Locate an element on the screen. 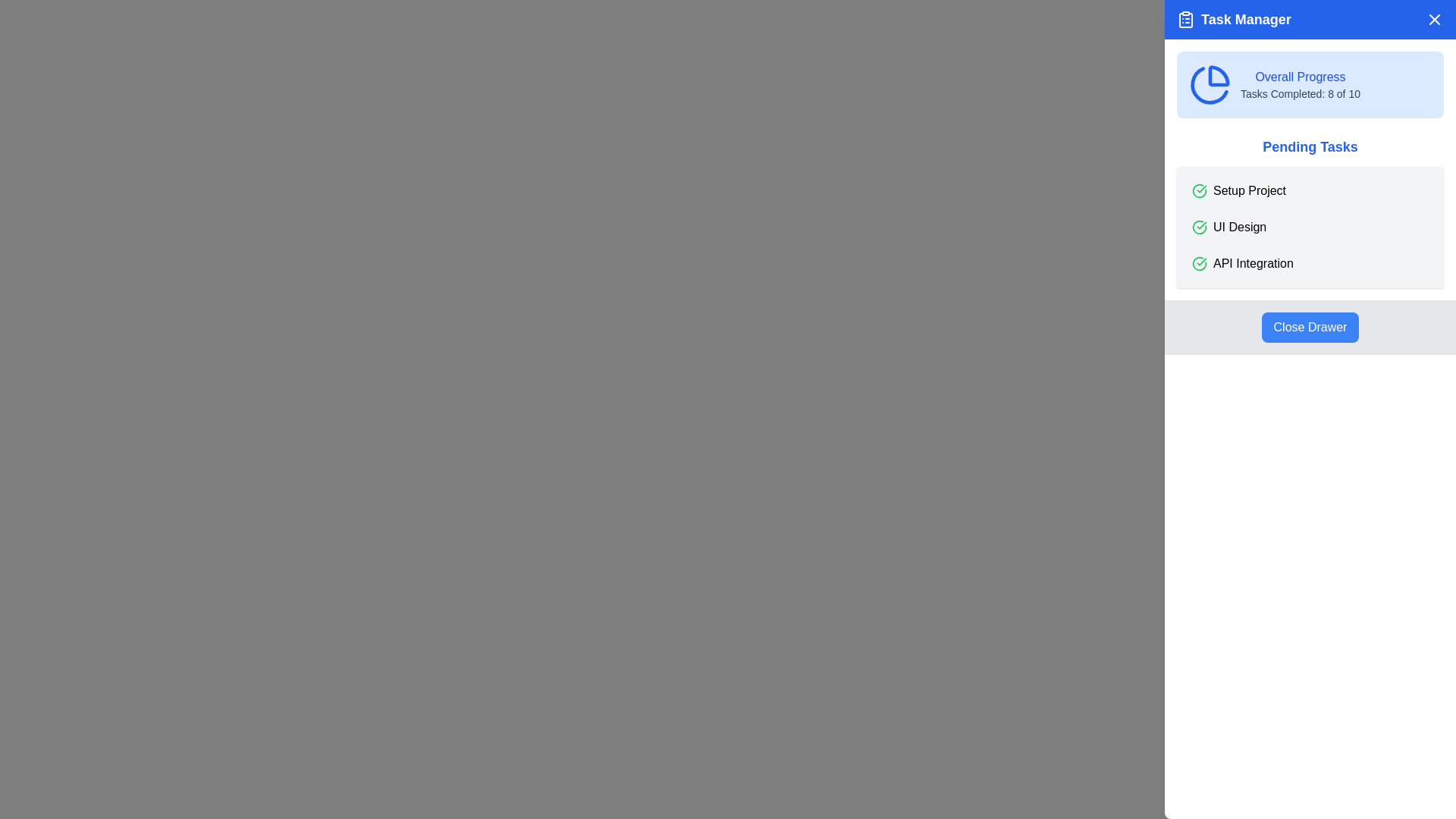 The height and width of the screenshot is (819, 1456). the 'UI Design' task entry in the 'Pending Tasks' list is located at coordinates (1310, 227).